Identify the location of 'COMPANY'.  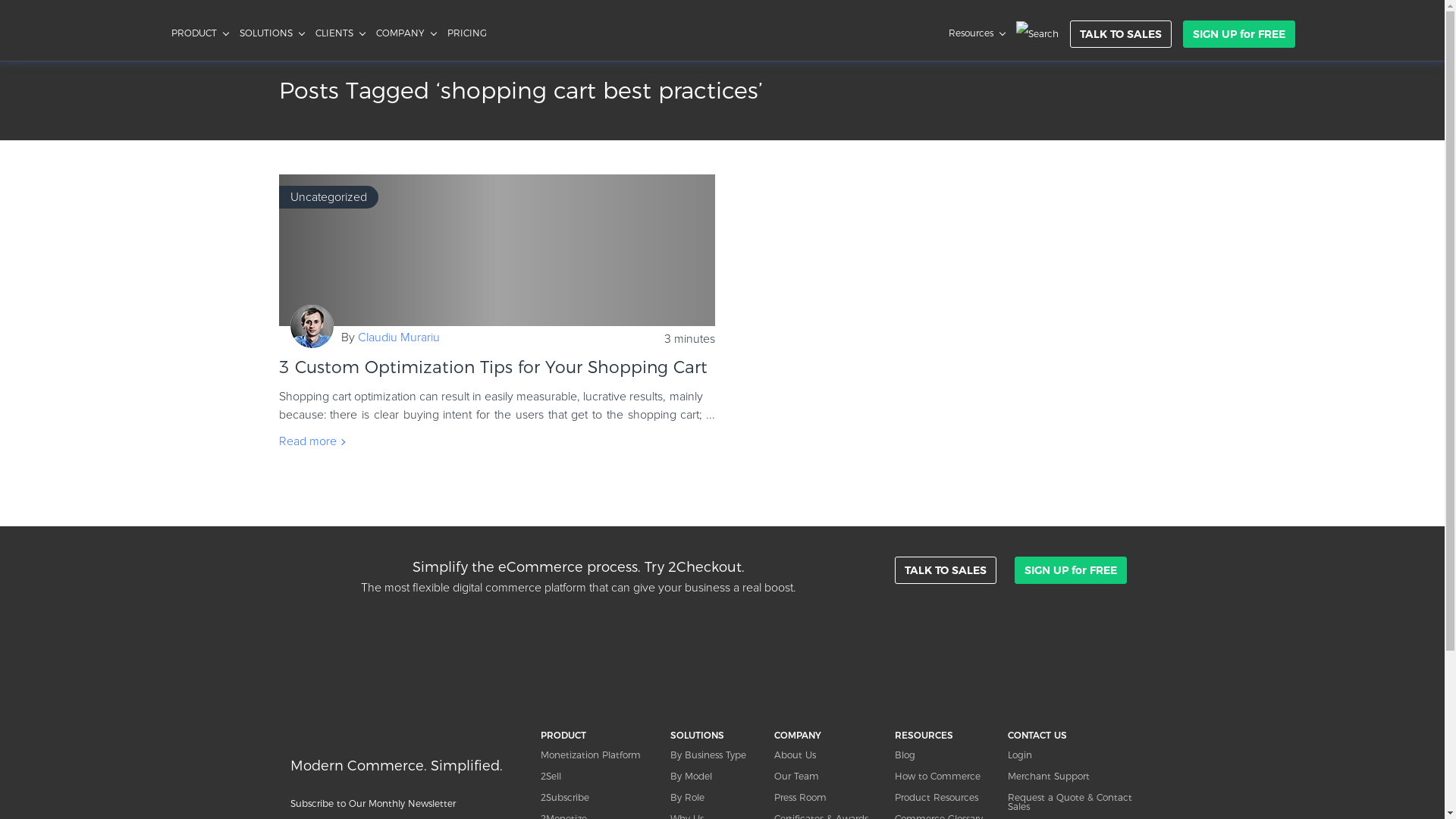
(375, 33).